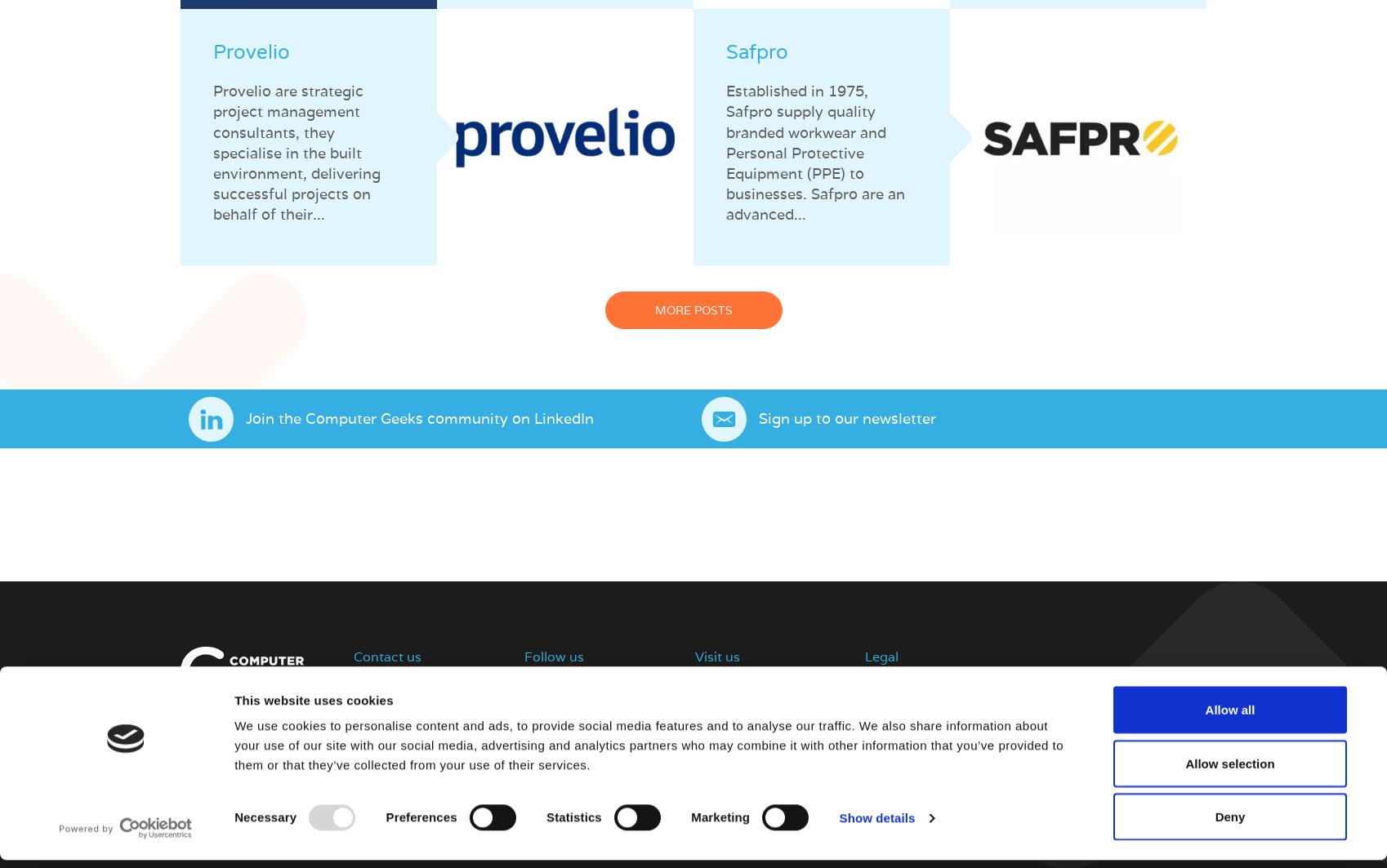  Describe the element at coordinates (902, 709) in the screenshot. I see `'Privacy Policy'` at that location.